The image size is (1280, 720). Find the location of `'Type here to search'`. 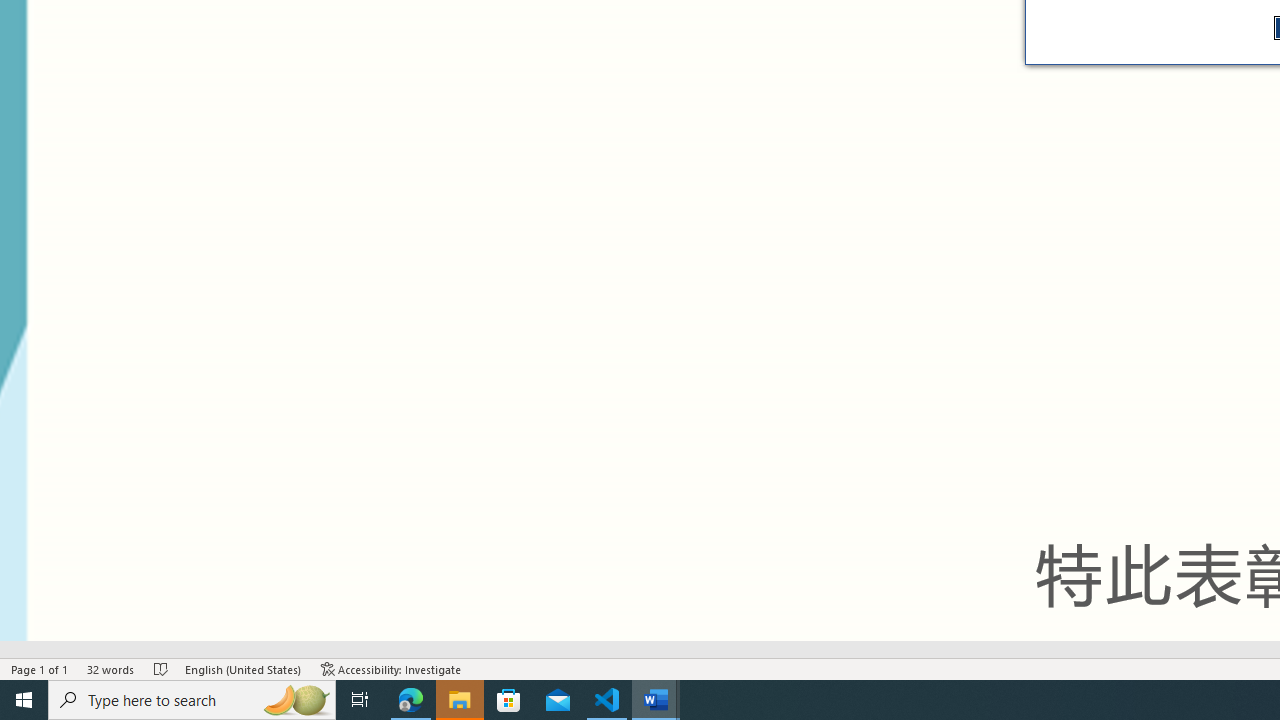

'Type here to search' is located at coordinates (192, 698).